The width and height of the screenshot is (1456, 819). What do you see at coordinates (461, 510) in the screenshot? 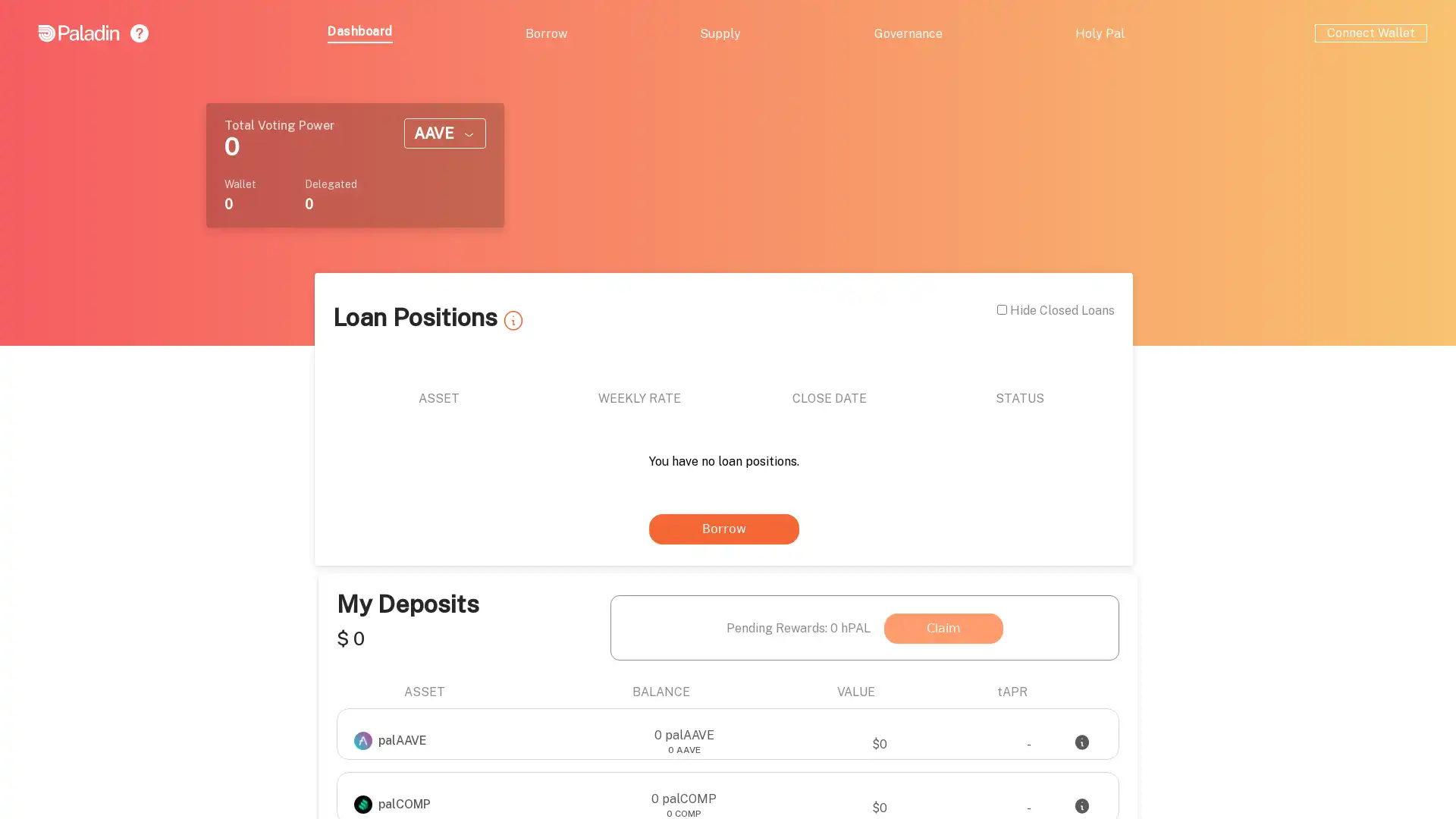
I see `Borrow` at bounding box center [461, 510].